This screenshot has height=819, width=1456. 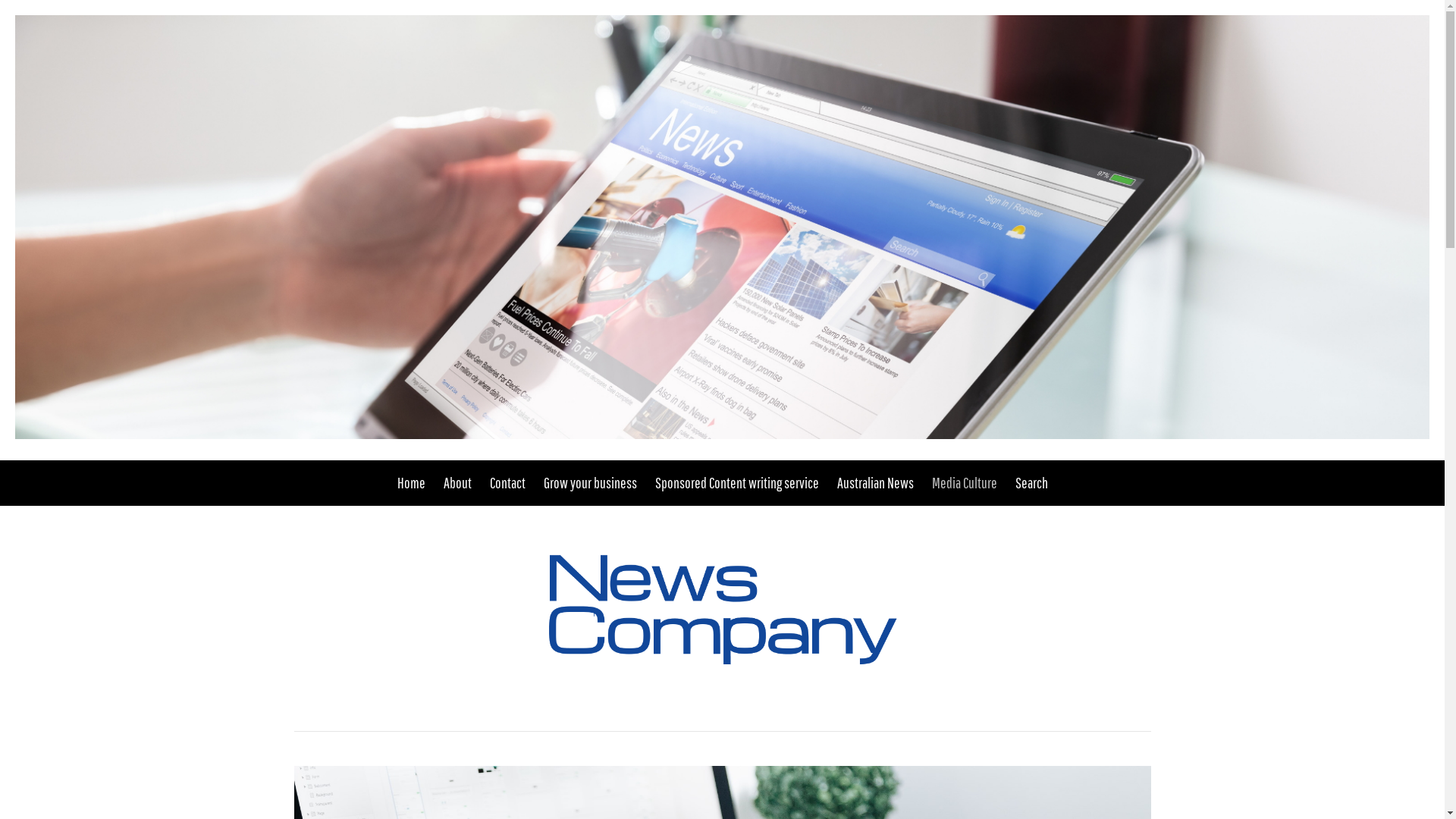 I want to click on 'Sponsored Content writing service', so click(x=736, y=482).